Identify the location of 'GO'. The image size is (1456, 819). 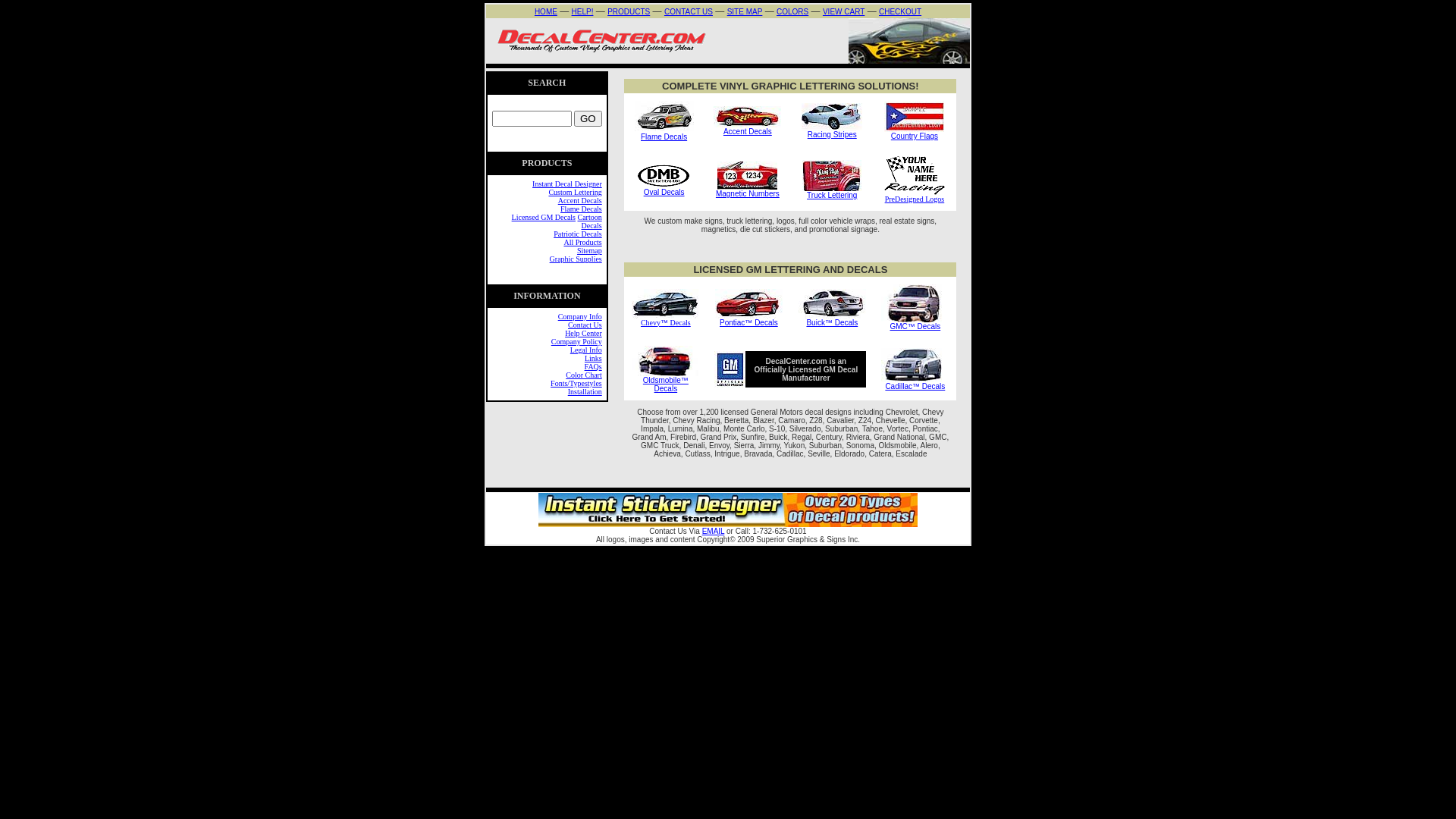
(587, 118).